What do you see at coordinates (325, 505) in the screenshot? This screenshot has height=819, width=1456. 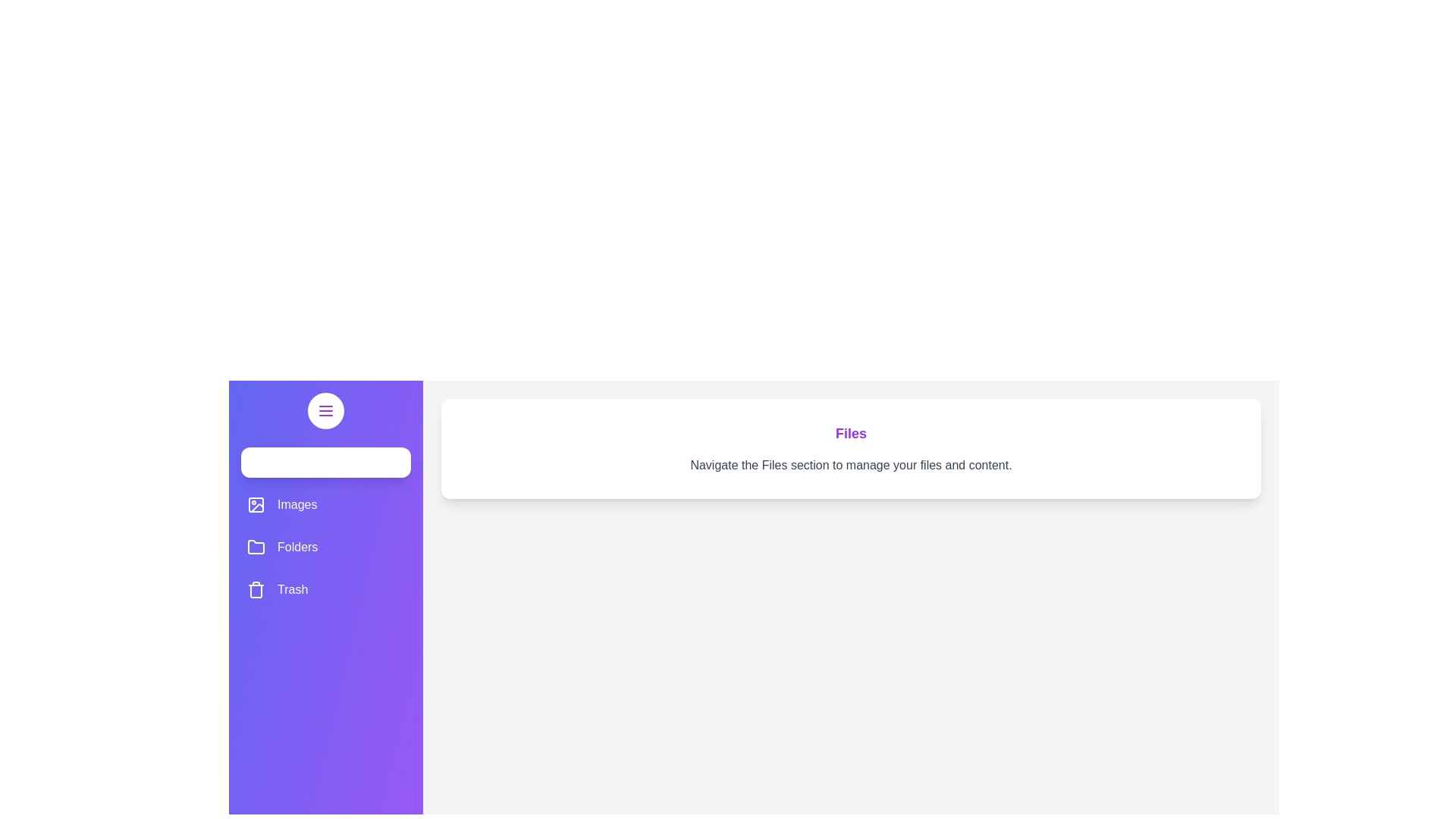 I see `the section Images to navigate to it` at bounding box center [325, 505].